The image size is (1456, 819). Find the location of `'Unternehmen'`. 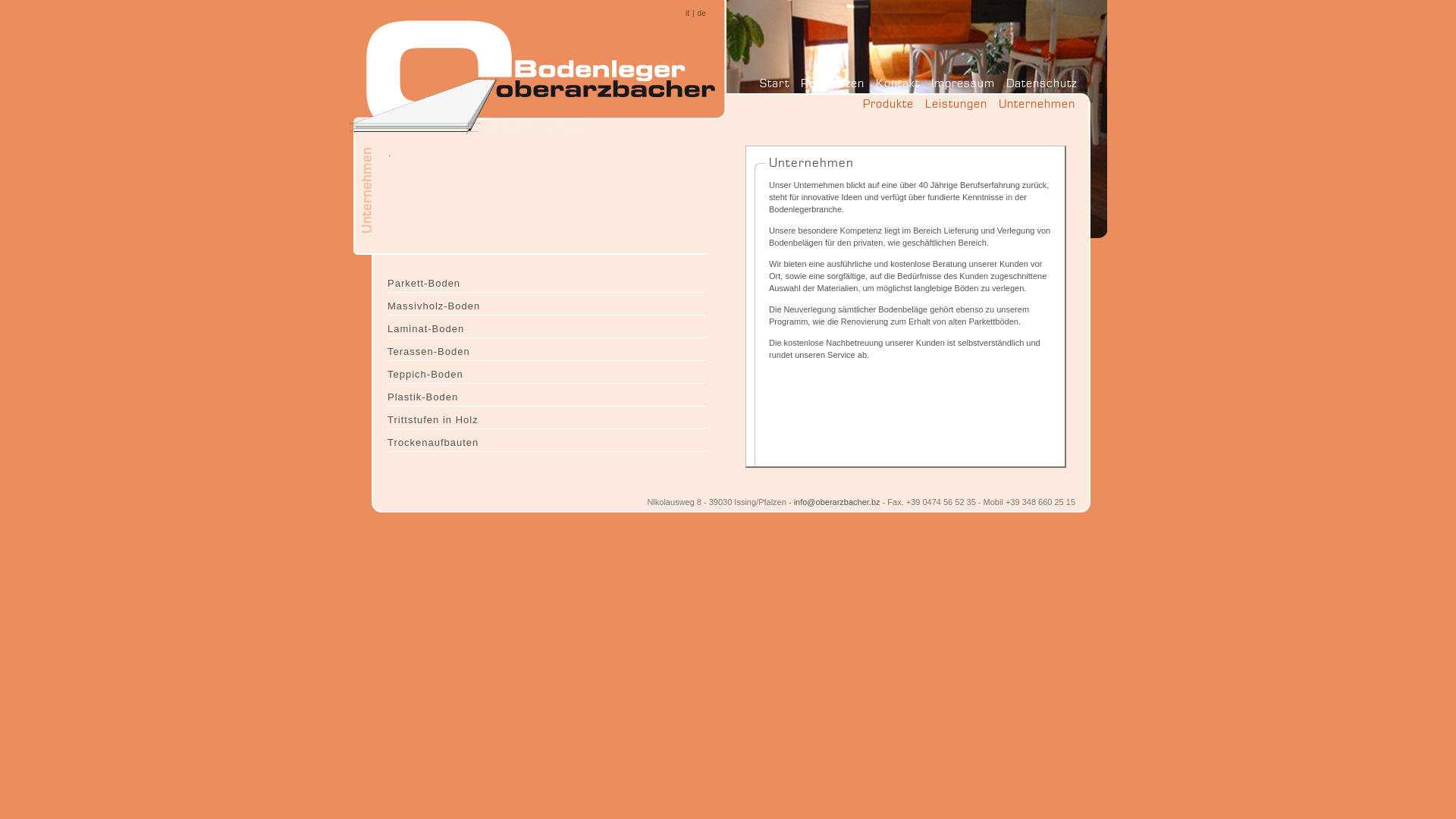

'Unternehmen' is located at coordinates (401, 155).